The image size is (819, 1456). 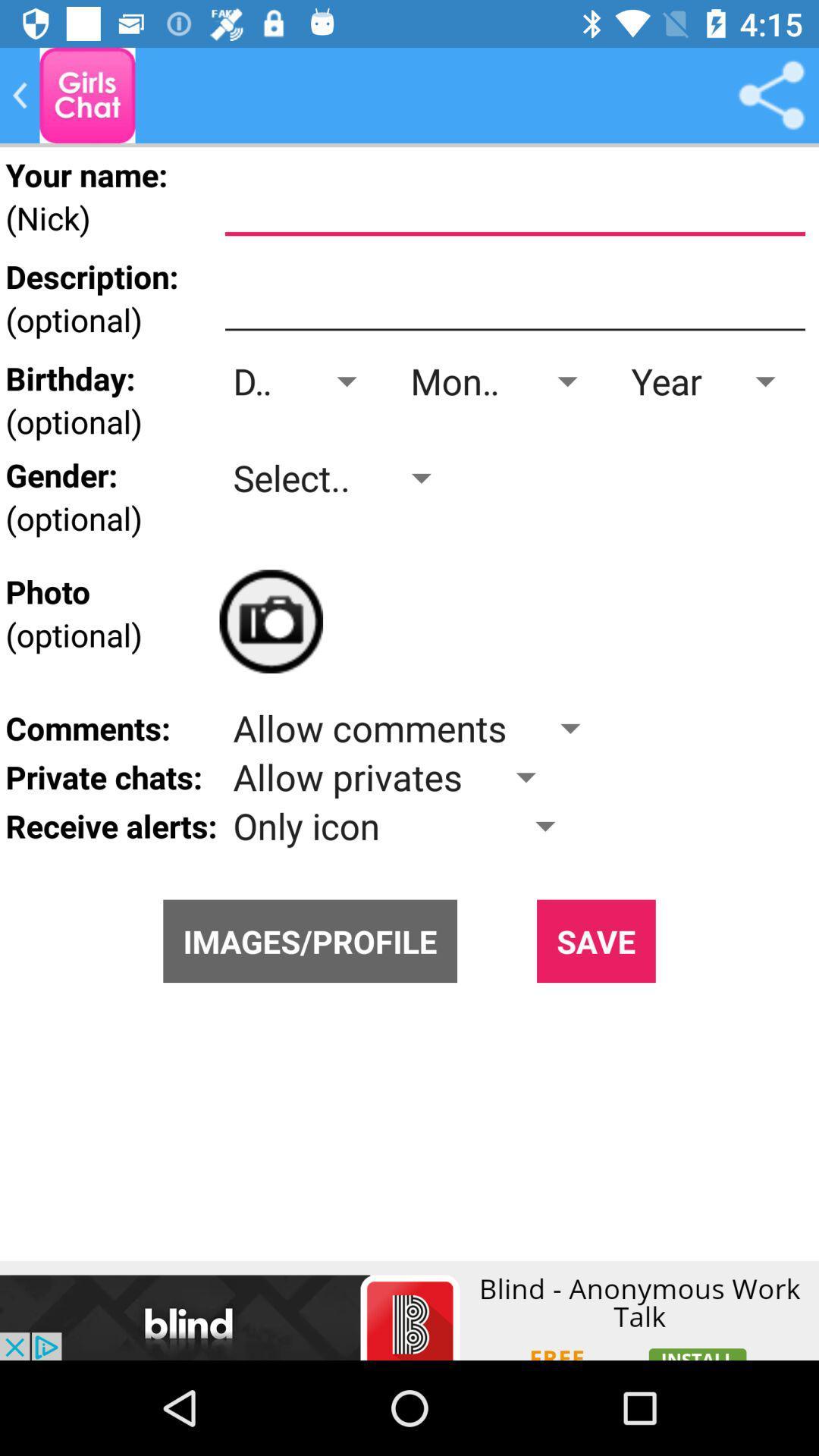 What do you see at coordinates (514, 298) in the screenshot?
I see `description` at bounding box center [514, 298].